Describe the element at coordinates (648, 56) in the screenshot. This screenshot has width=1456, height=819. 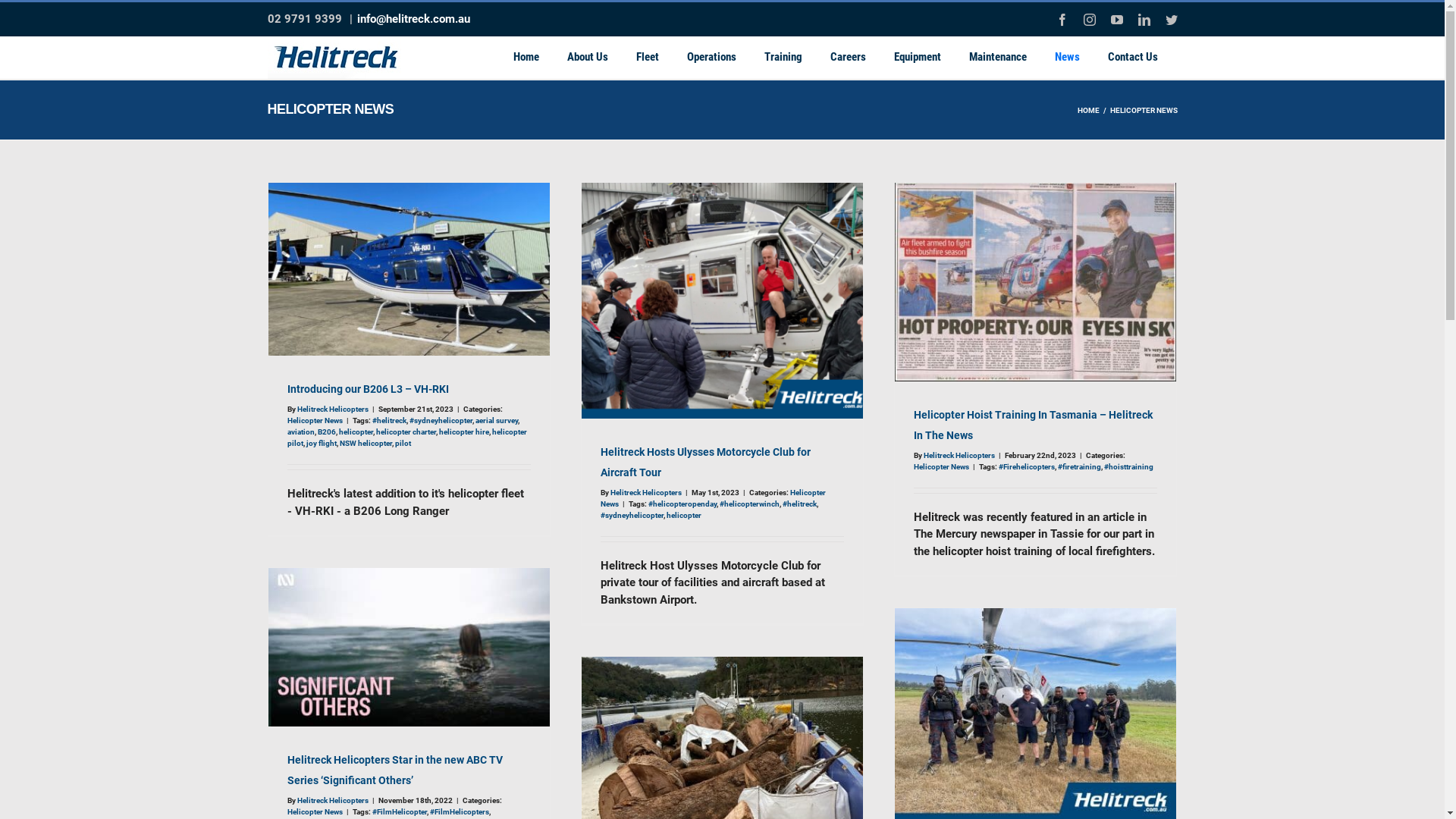
I see `'Fleet'` at that location.